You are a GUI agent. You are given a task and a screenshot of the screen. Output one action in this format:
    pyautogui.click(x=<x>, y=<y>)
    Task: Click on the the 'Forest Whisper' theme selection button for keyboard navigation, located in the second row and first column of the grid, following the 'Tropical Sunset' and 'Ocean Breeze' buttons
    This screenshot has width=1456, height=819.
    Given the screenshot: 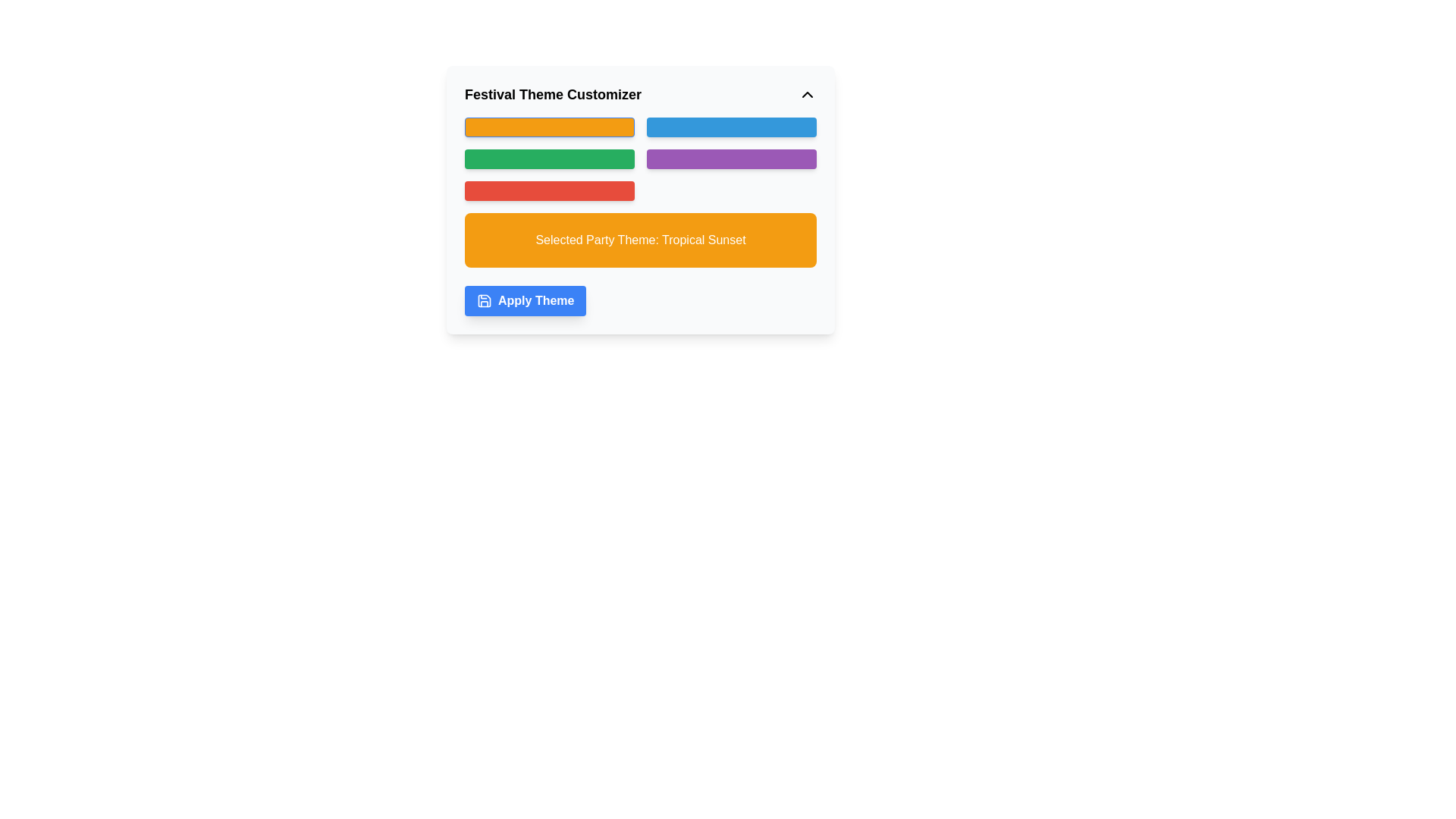 What is the action you would take?
    pyautogui.click(x=548, y=158)
    